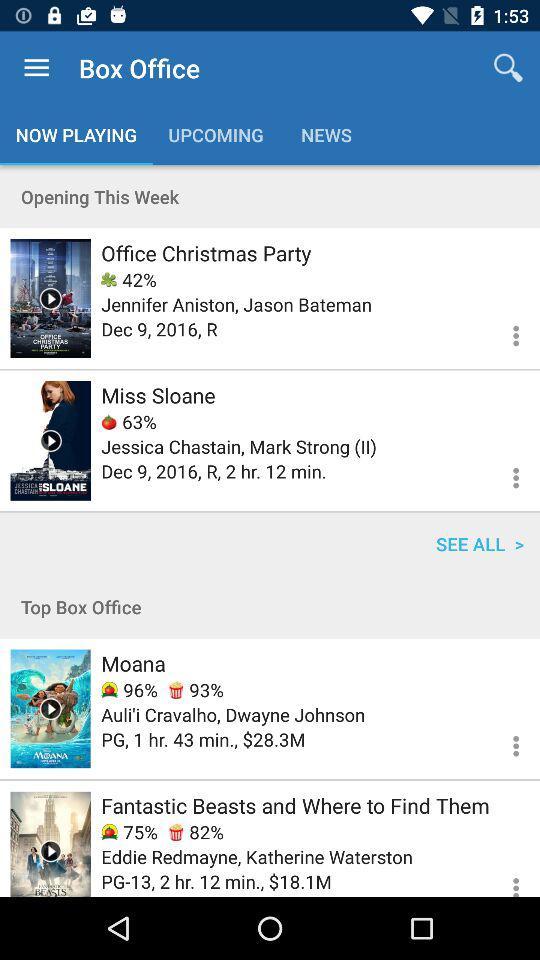 The width and height of the screenshot is (540, 960). I want to click on the icon to the left of the 93%, so click(129, 690).